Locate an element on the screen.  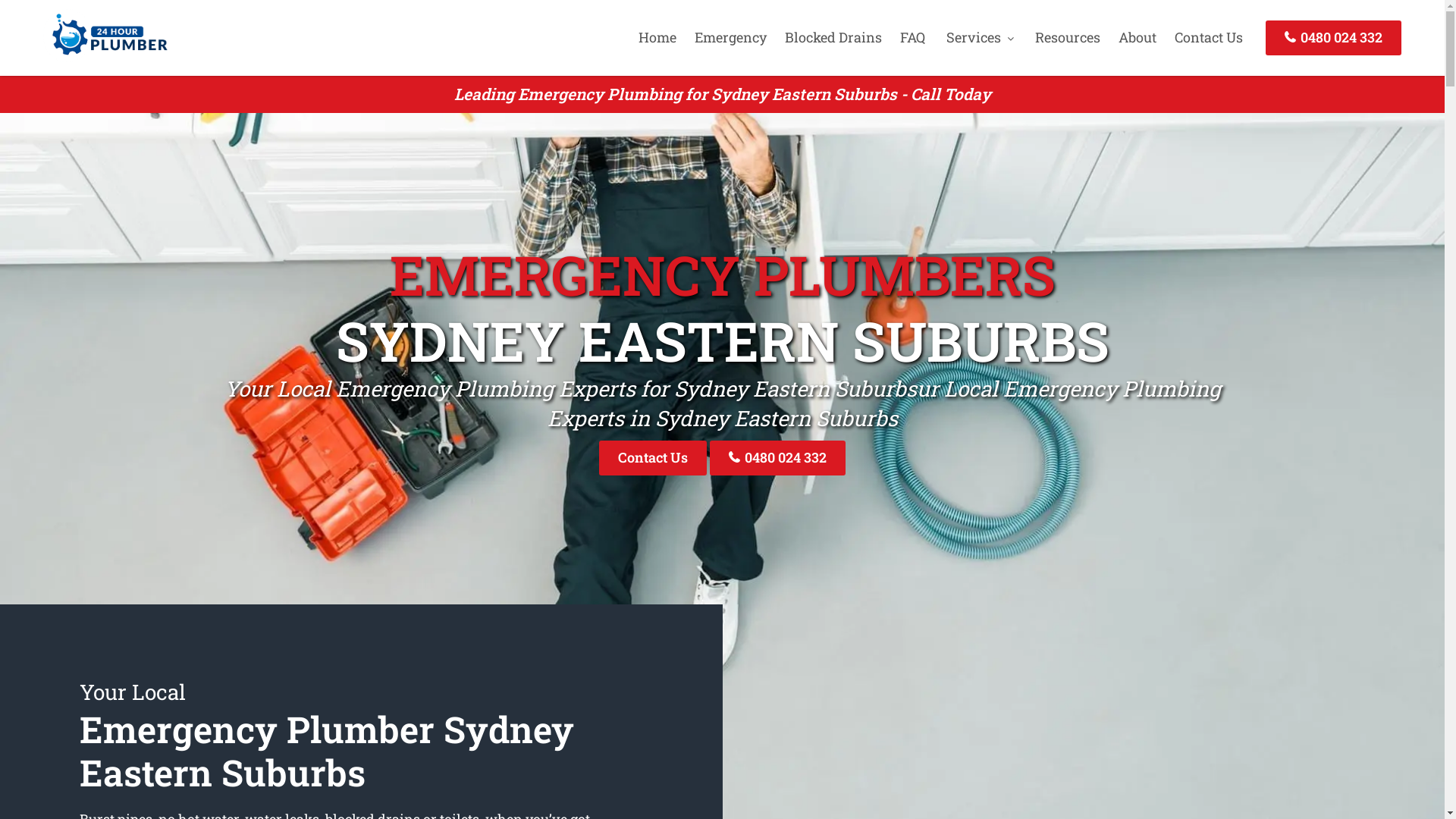
'Blocked Drains' is located at coordinates (833, 36).